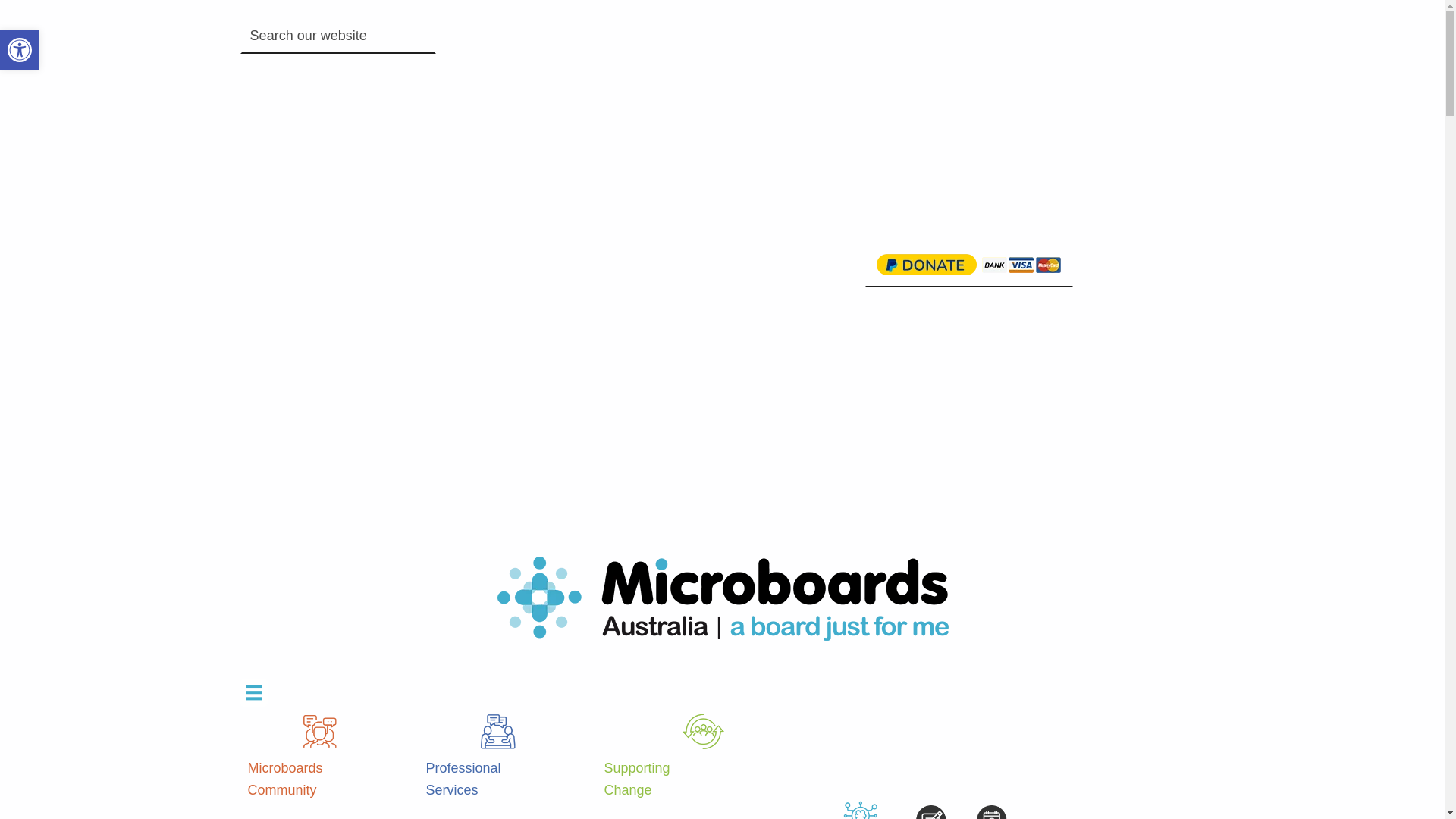 This screenshot has width=1456, height=819. I want to click on 'Open toolbar, so click(0, 49).